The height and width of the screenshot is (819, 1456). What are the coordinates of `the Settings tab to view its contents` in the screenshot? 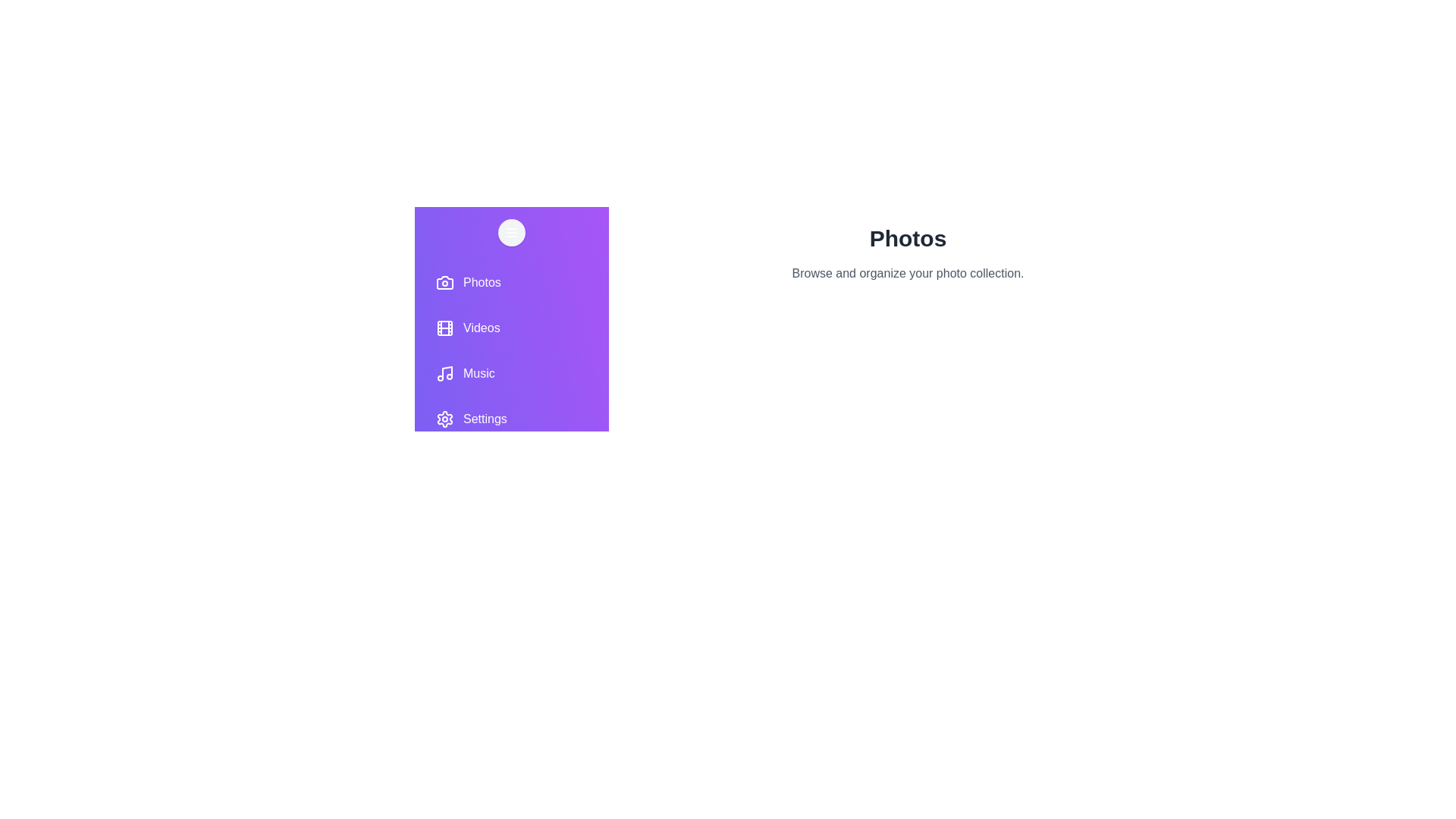 It's located at (512, 419).